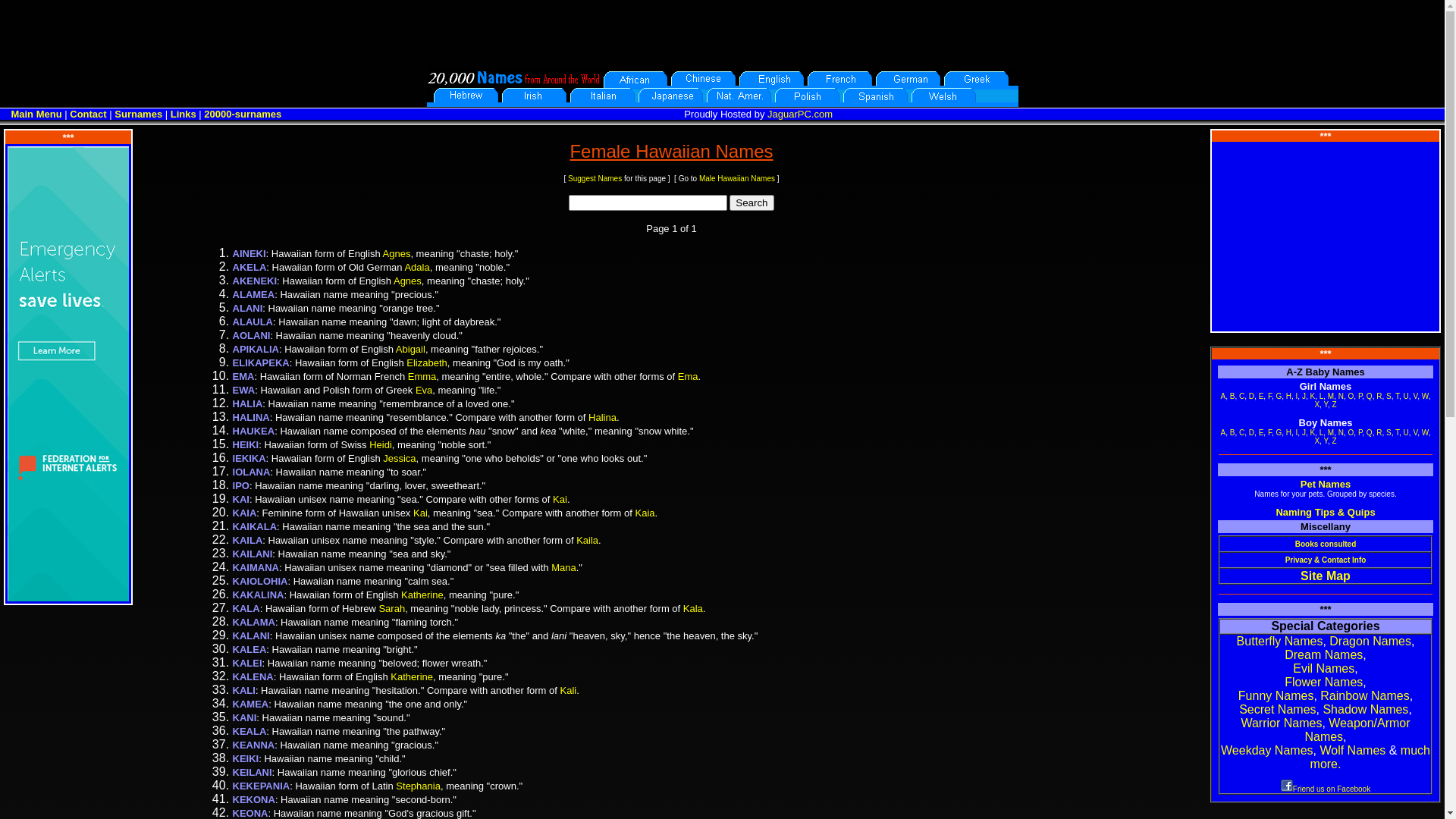 The image size is (1456, 819). What do you see at coordinates (138, 113) in the screenshot?
I see `'Surnames'` at bounding box center [138, 113].